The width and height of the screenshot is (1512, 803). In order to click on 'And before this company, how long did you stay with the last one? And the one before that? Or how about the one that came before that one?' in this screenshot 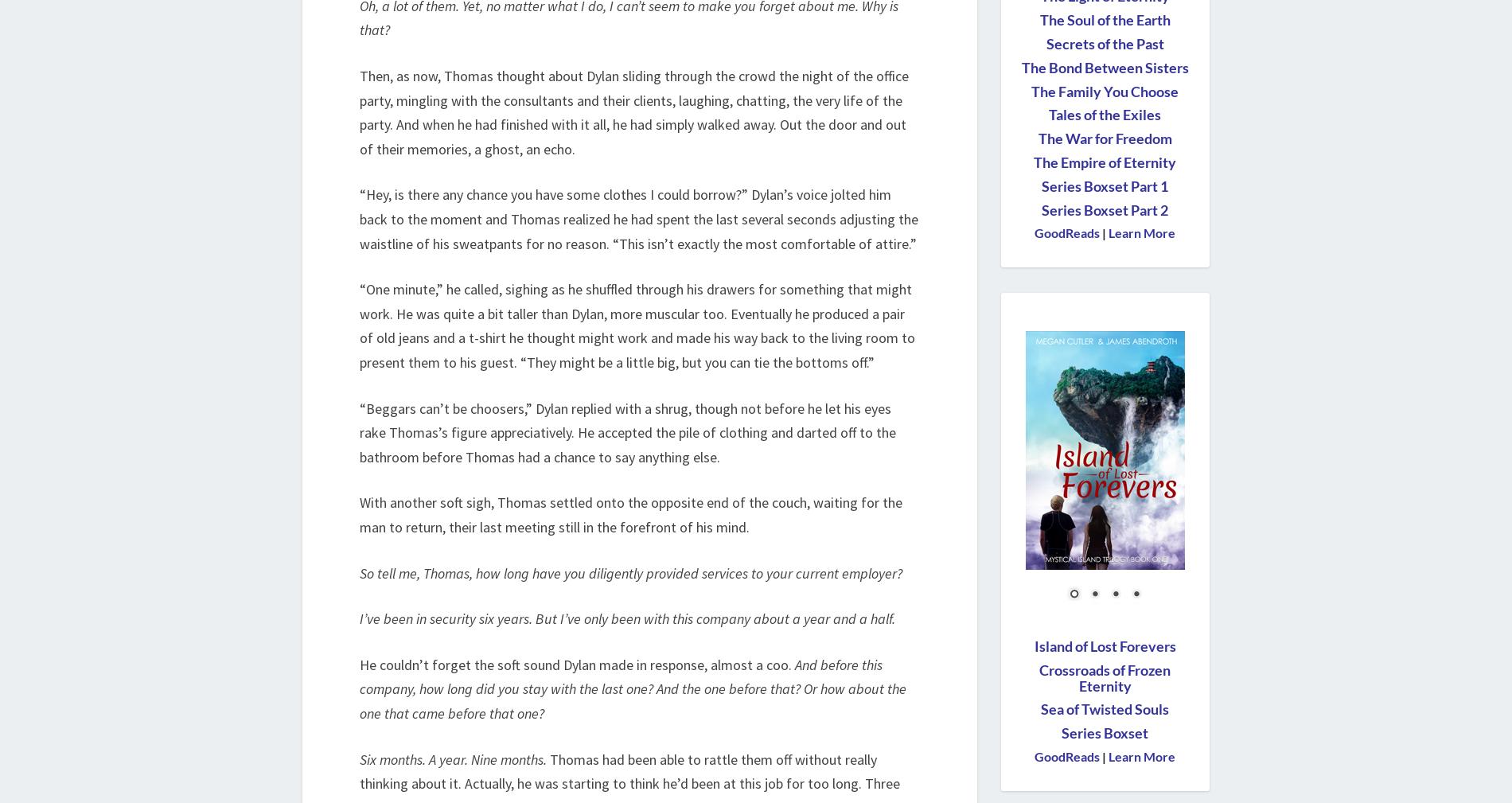, I will do `click(632, 688)`.